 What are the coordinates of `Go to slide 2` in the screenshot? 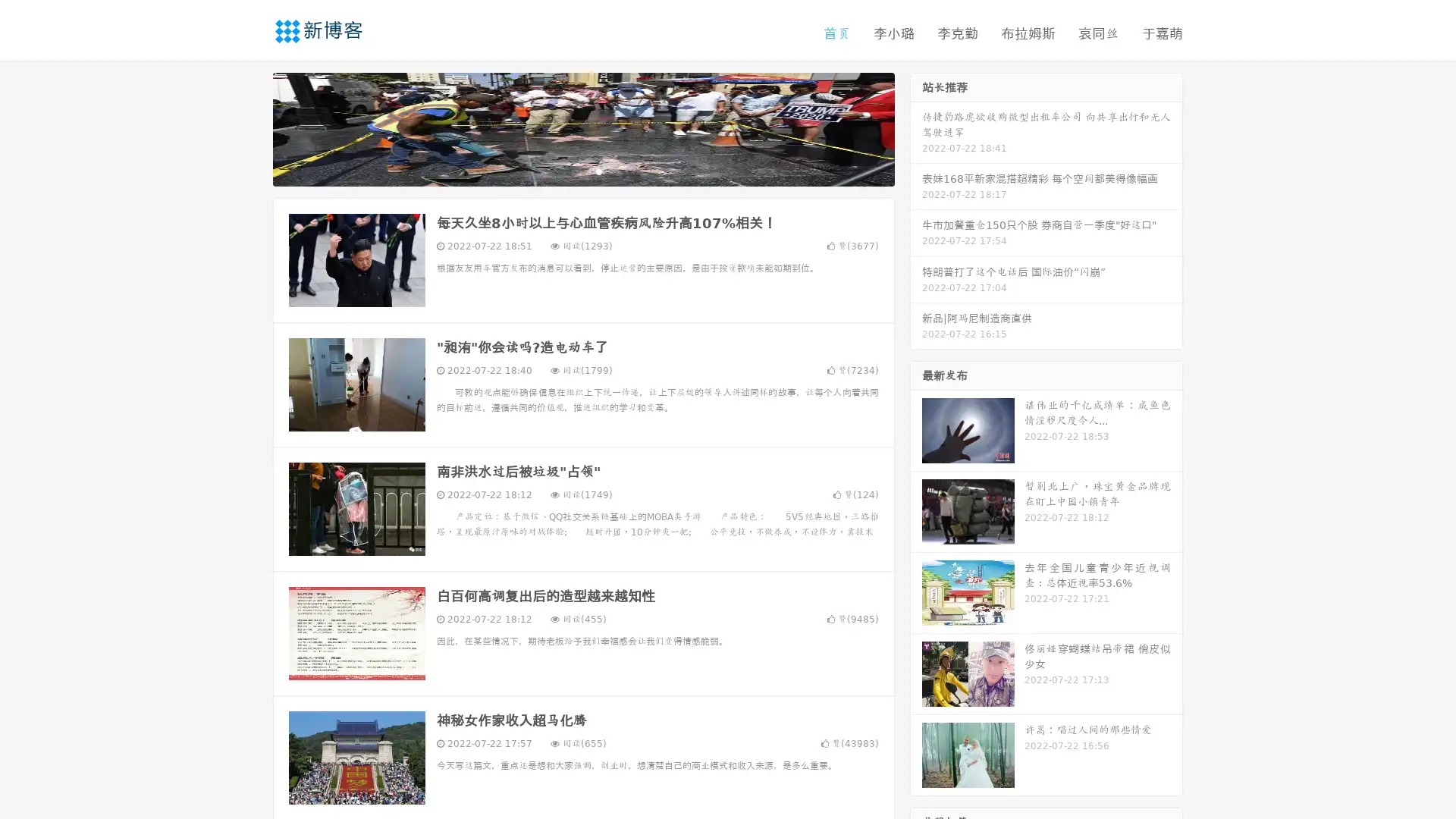 It's located at (582, 171).